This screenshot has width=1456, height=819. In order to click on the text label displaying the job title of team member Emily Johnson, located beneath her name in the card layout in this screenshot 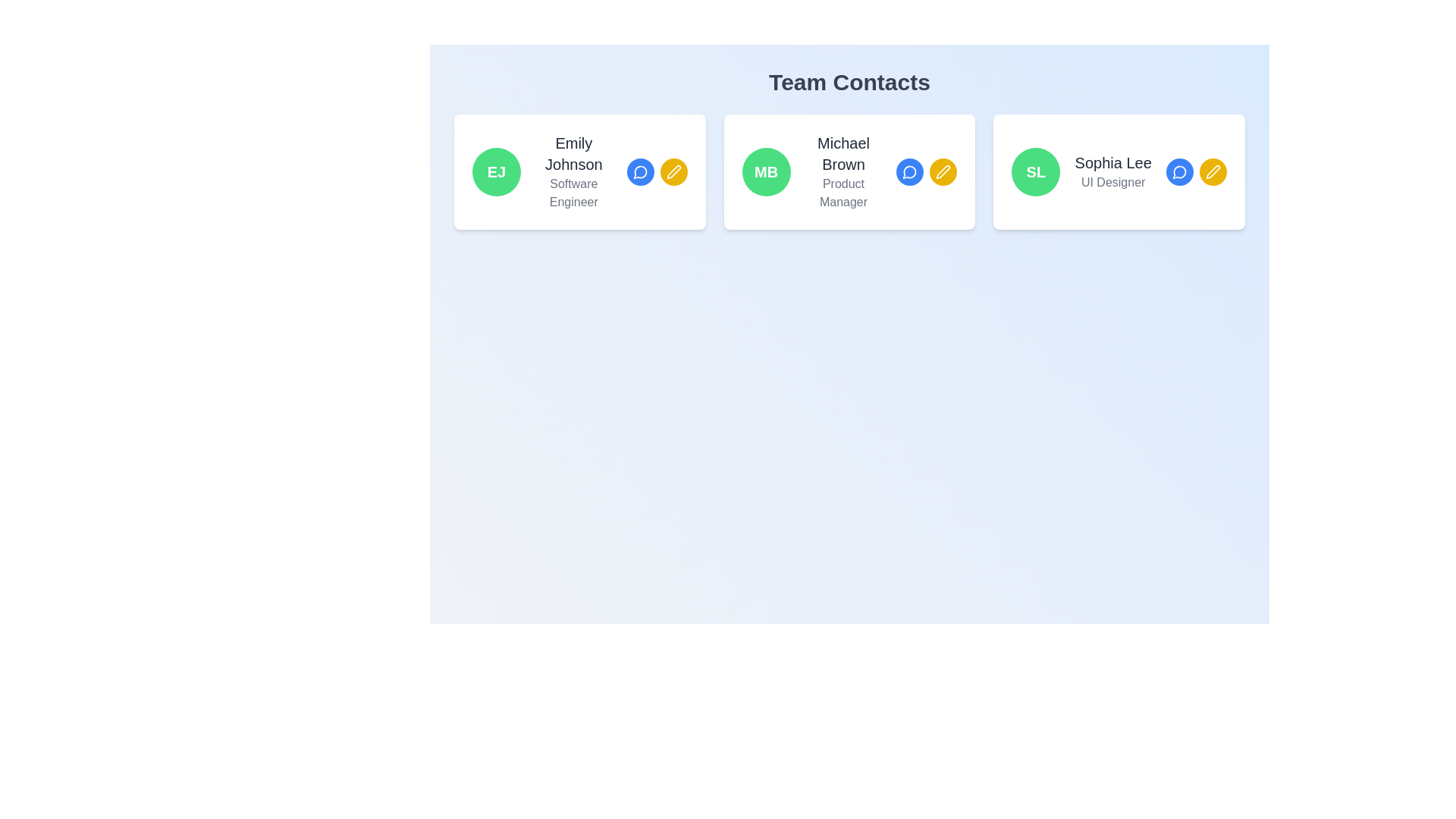, I will do `click(573, 192)`.